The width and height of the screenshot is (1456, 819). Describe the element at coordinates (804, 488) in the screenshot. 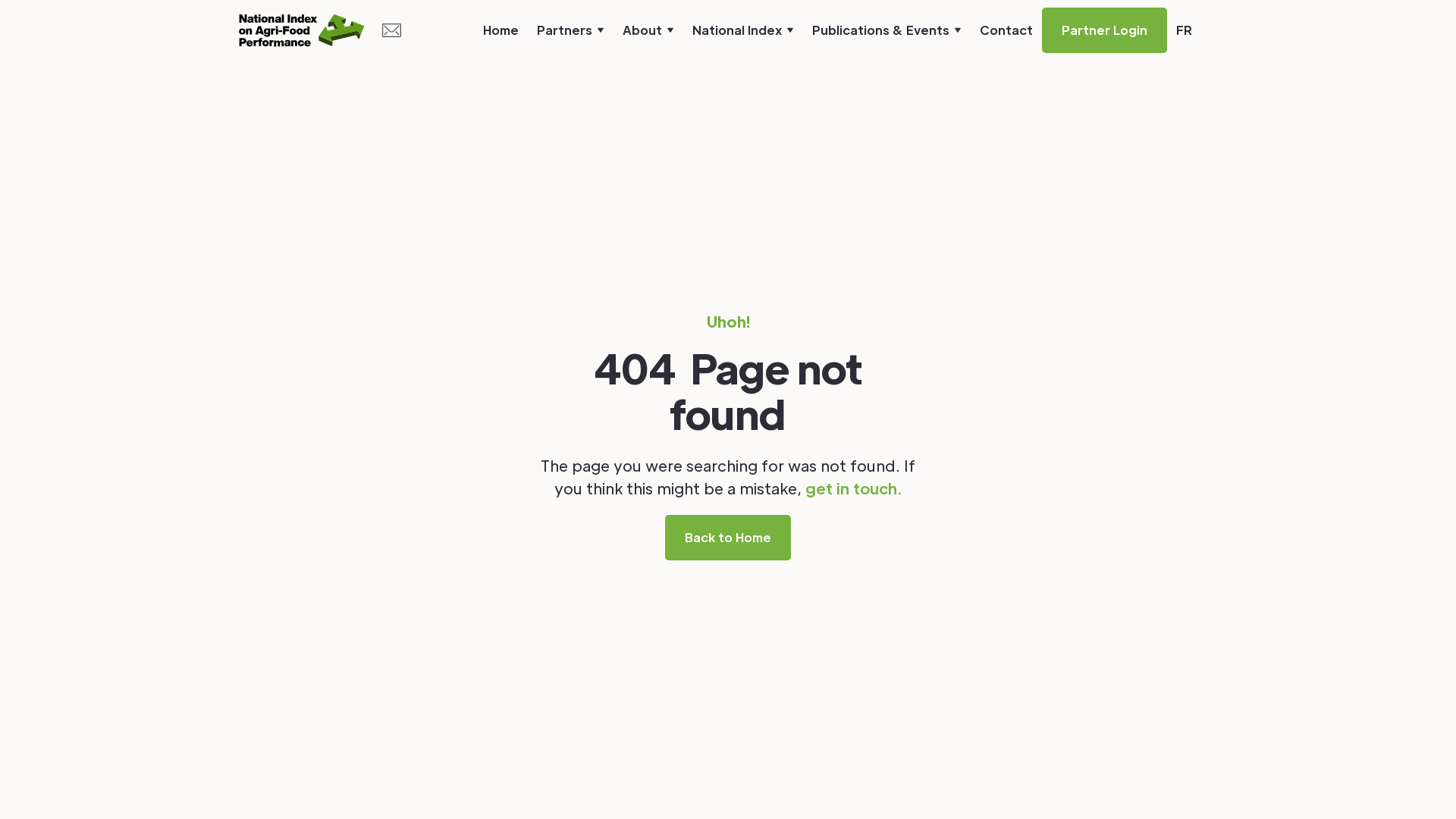

I see `'get in touch.'` at that location.